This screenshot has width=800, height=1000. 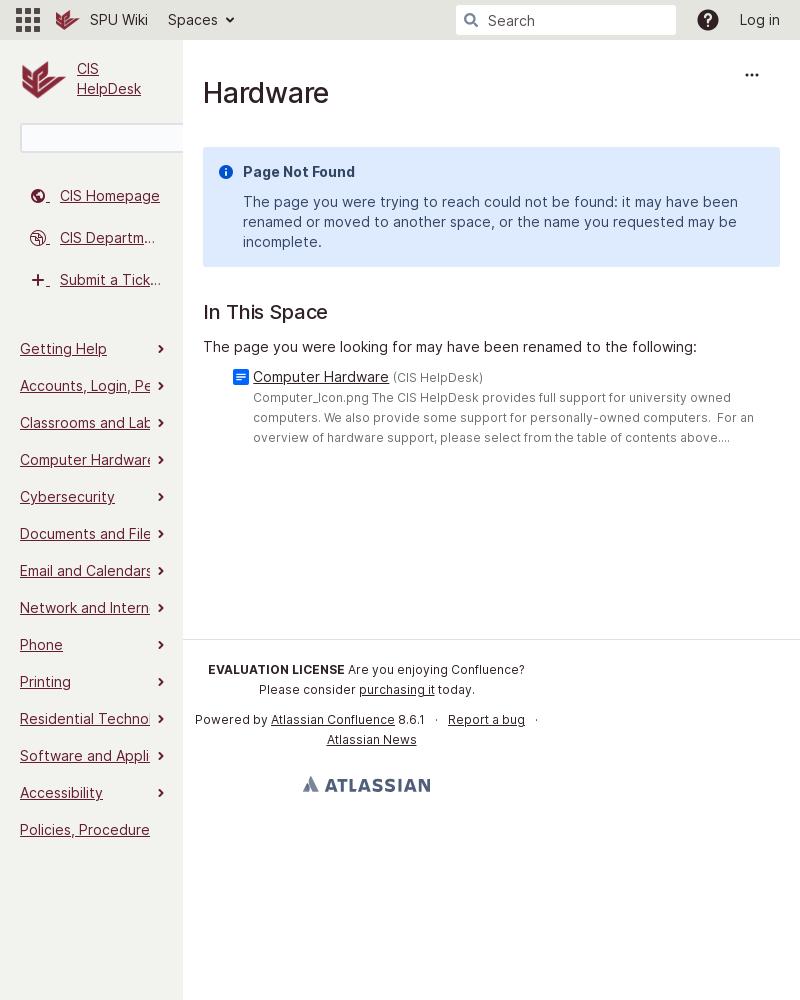 What do you see at coordinates (449, 345) in the screenshot?
I see `'The page you were looking for may have been renamed to the following:'` at bounding box center [449, 345].